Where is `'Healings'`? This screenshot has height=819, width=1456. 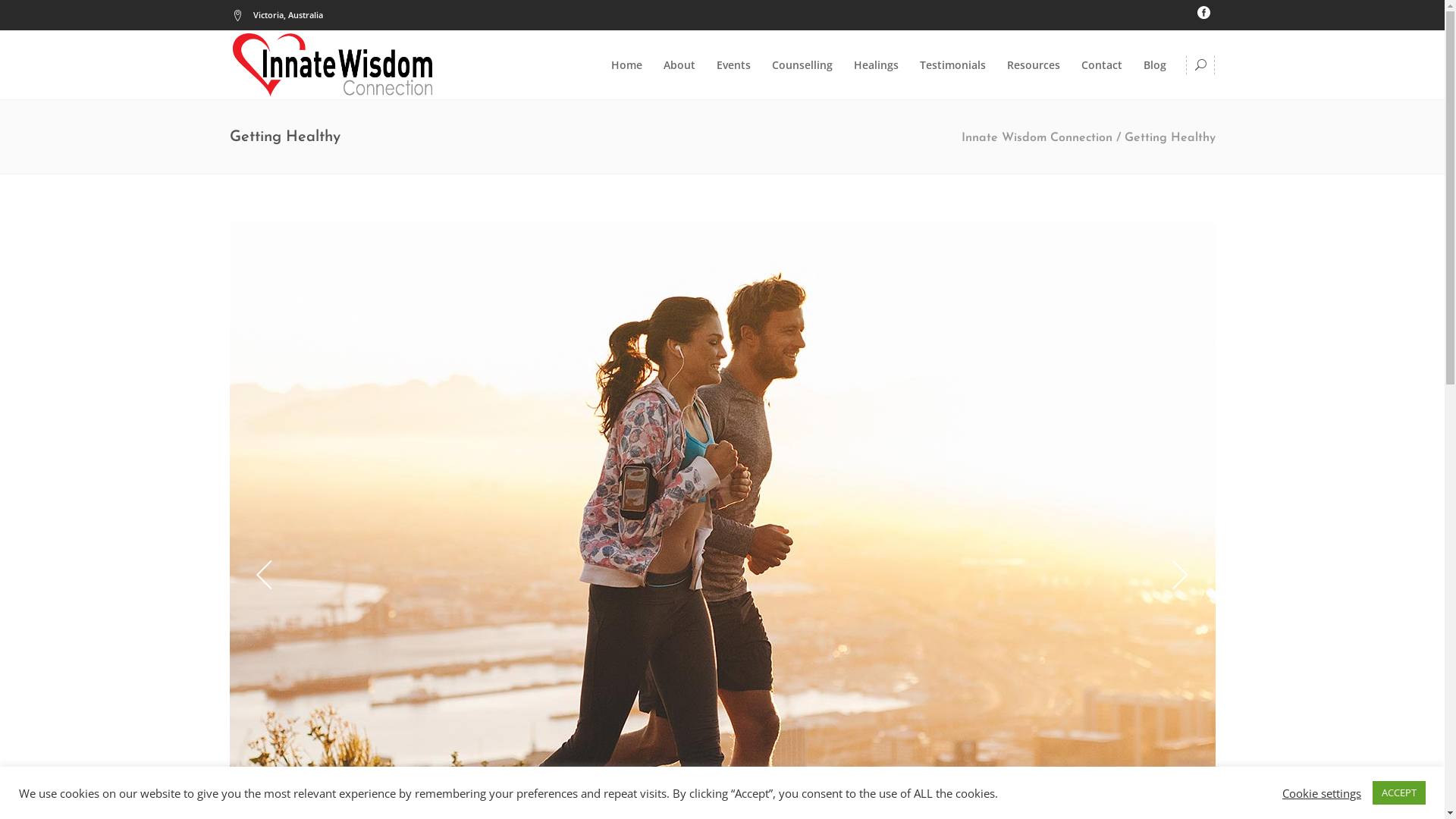 'Healings' is located at coordinates (876, 64).